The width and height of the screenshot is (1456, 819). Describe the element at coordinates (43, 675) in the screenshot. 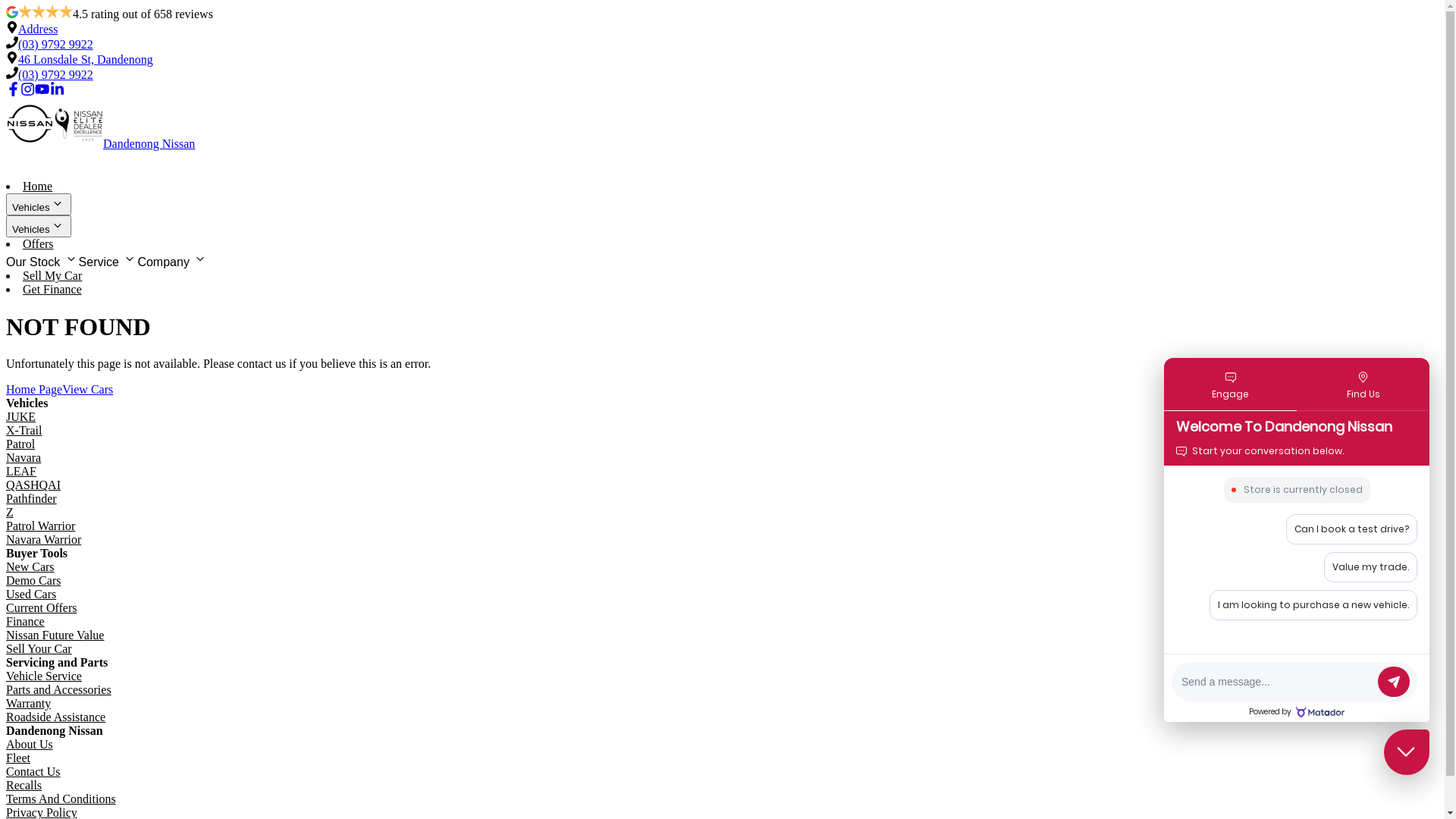

I see `'Vehicle Service'` at that location.